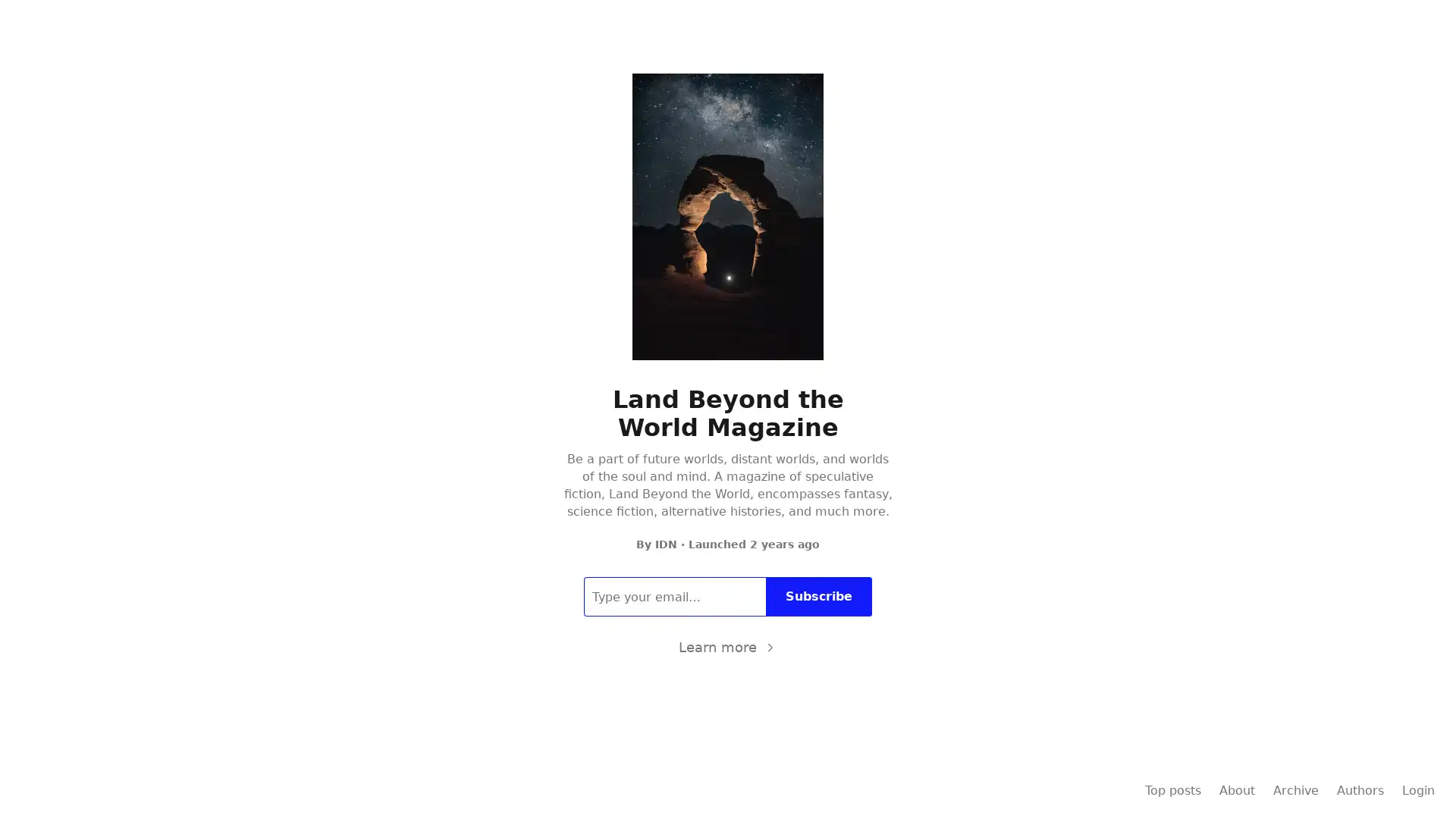 Image resolution: width=1456 pixels, height=819 pixels. Describe the element at coordinates (726, 647) in the screenshot. I see `Learn more` at that location.